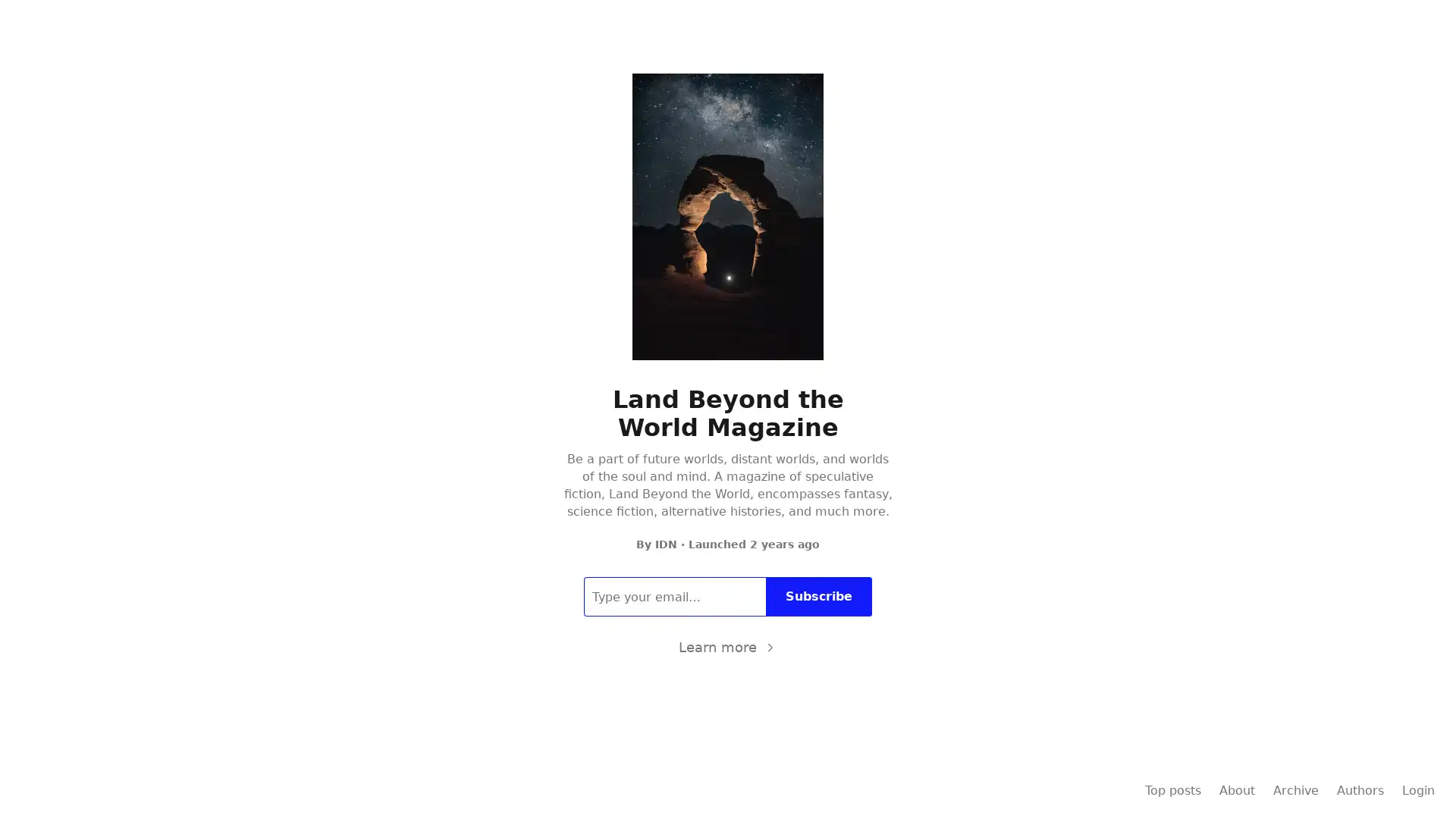 Image resolution: width=1456 pixels, height=819 pixels. Describe the element at coordinates (726, 647) in the screenshot. I see `Learn more` at that location.